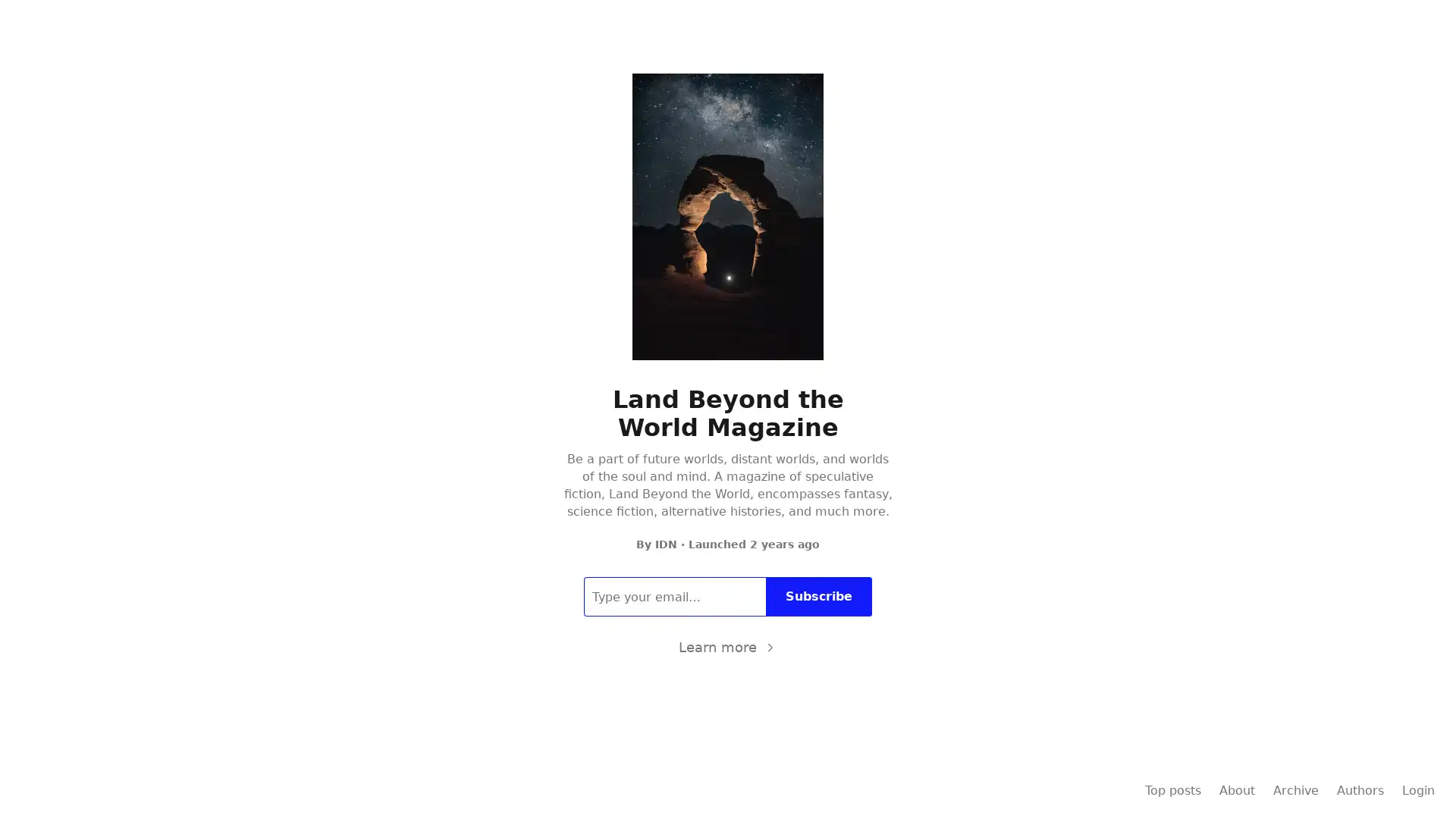 Image resolution: width=1456 pixels, height=819 pixels. Describe the element at coordinates (726, 647) in the screenshot. I see `Learn more` at that location.